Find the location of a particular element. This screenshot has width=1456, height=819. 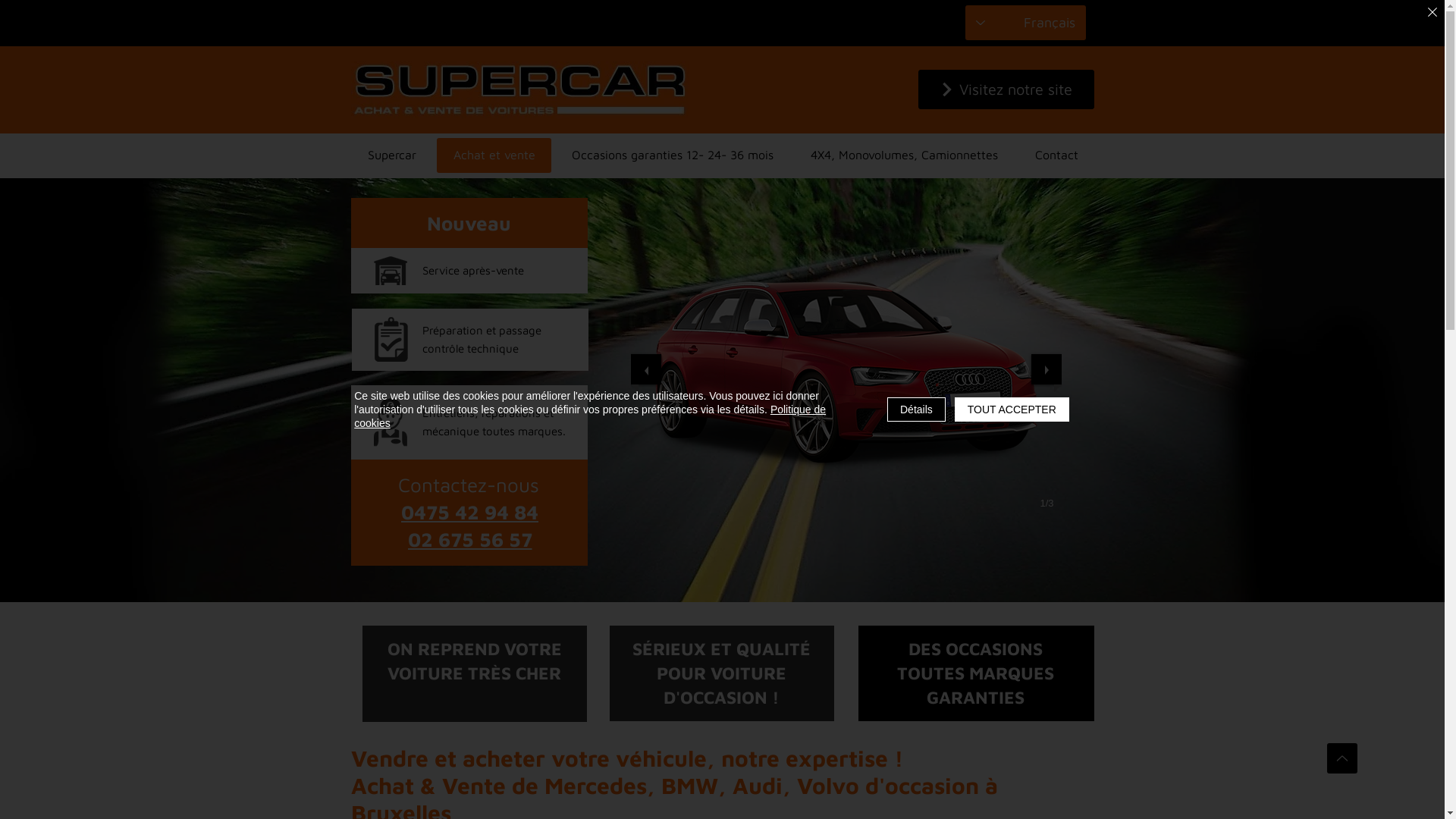

'Visitez notre site' is located at coordinates (1005, 89).